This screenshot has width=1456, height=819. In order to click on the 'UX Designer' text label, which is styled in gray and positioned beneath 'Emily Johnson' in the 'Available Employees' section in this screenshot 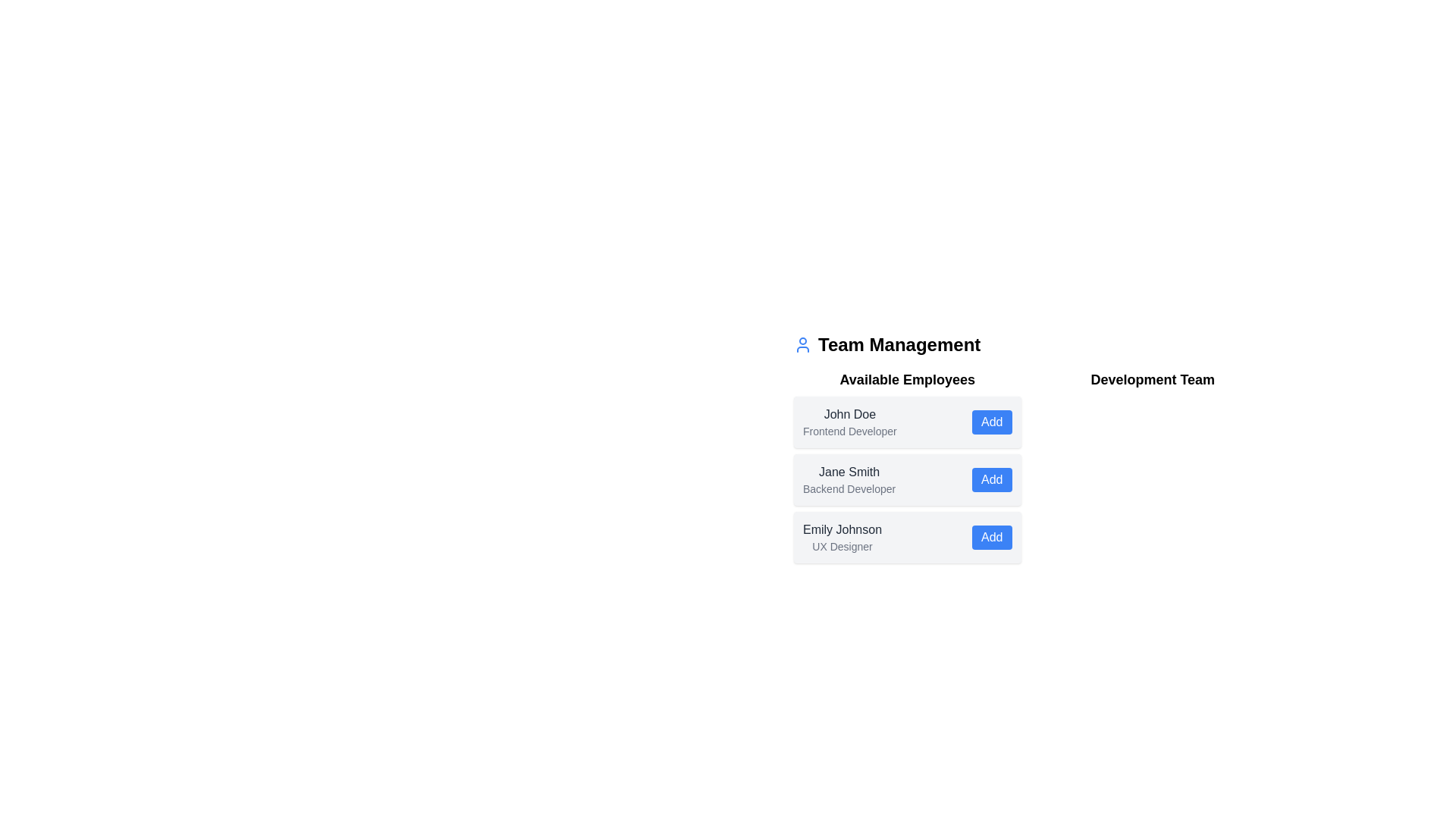, I will do `click(842, 547)`.